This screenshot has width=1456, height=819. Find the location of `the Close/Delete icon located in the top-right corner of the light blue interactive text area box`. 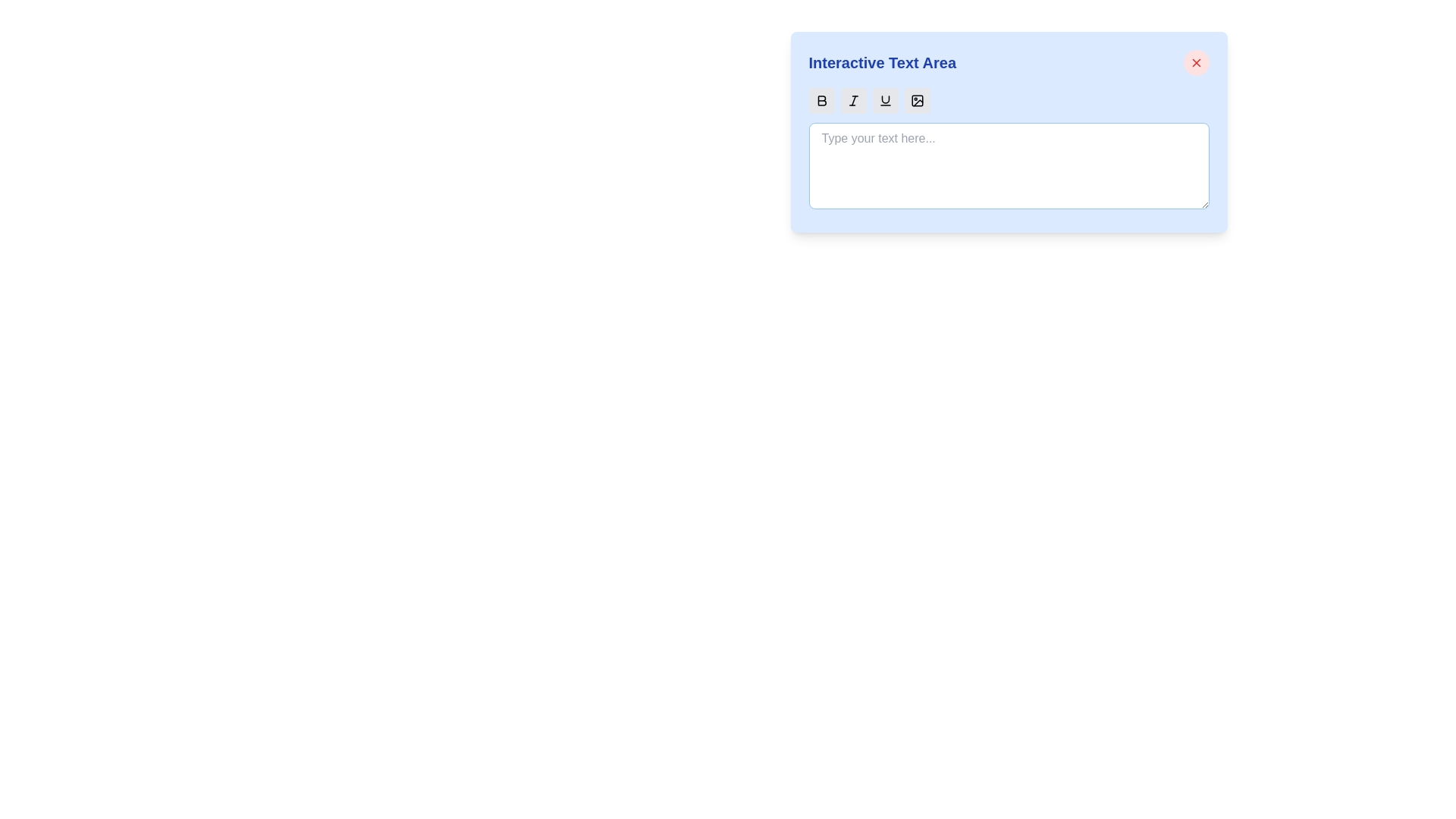

the Close/Delete icon located in the top-right corner of the light blue interactive text area box is located at coordinates (1195, 62).